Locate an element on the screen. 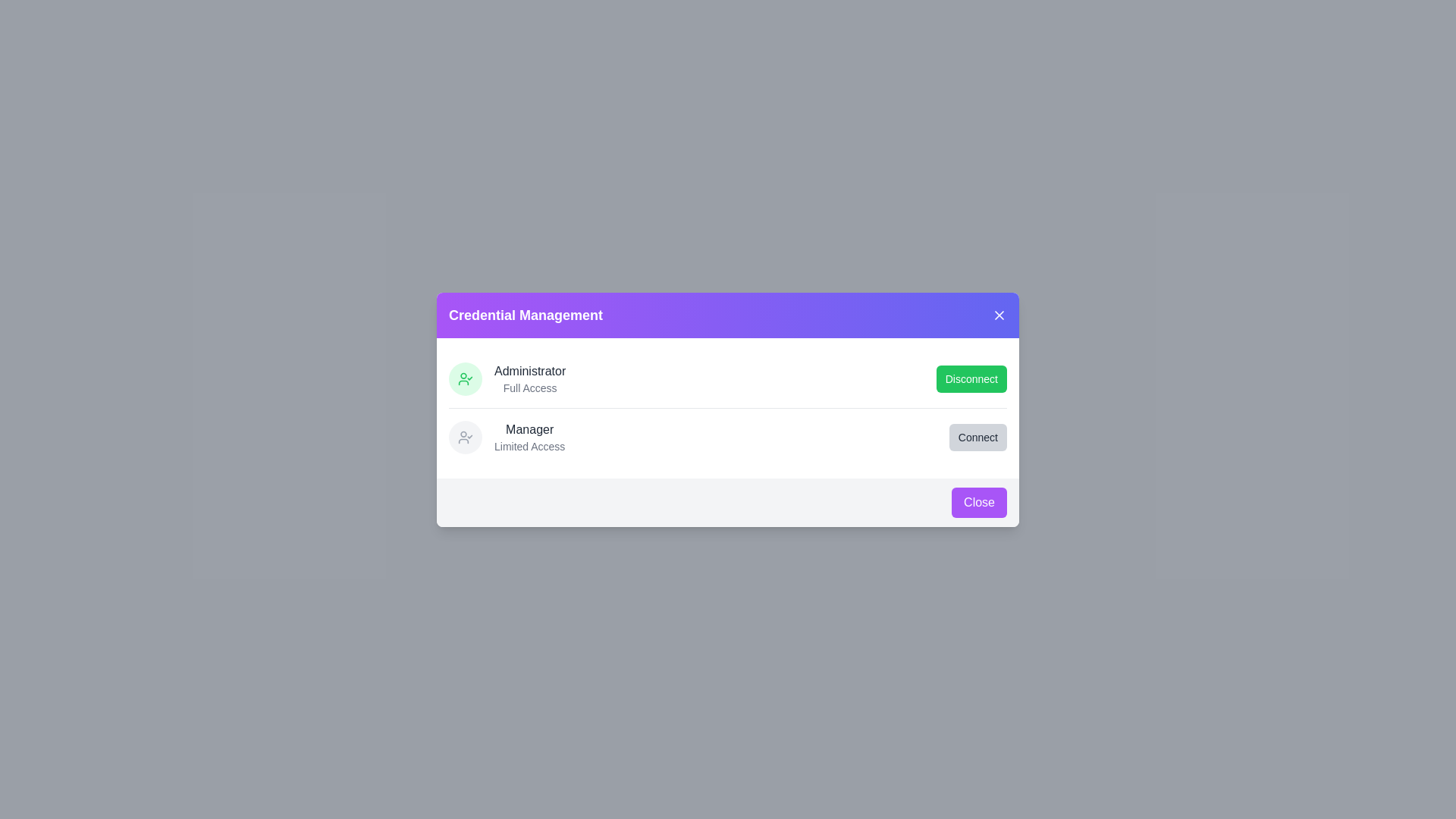  the green rectangular button labeled 'Disconnect' with rounded corners, positioned to the right of the 'Administrator' row and 'Full Access' text is located at coordinates (971, 378).